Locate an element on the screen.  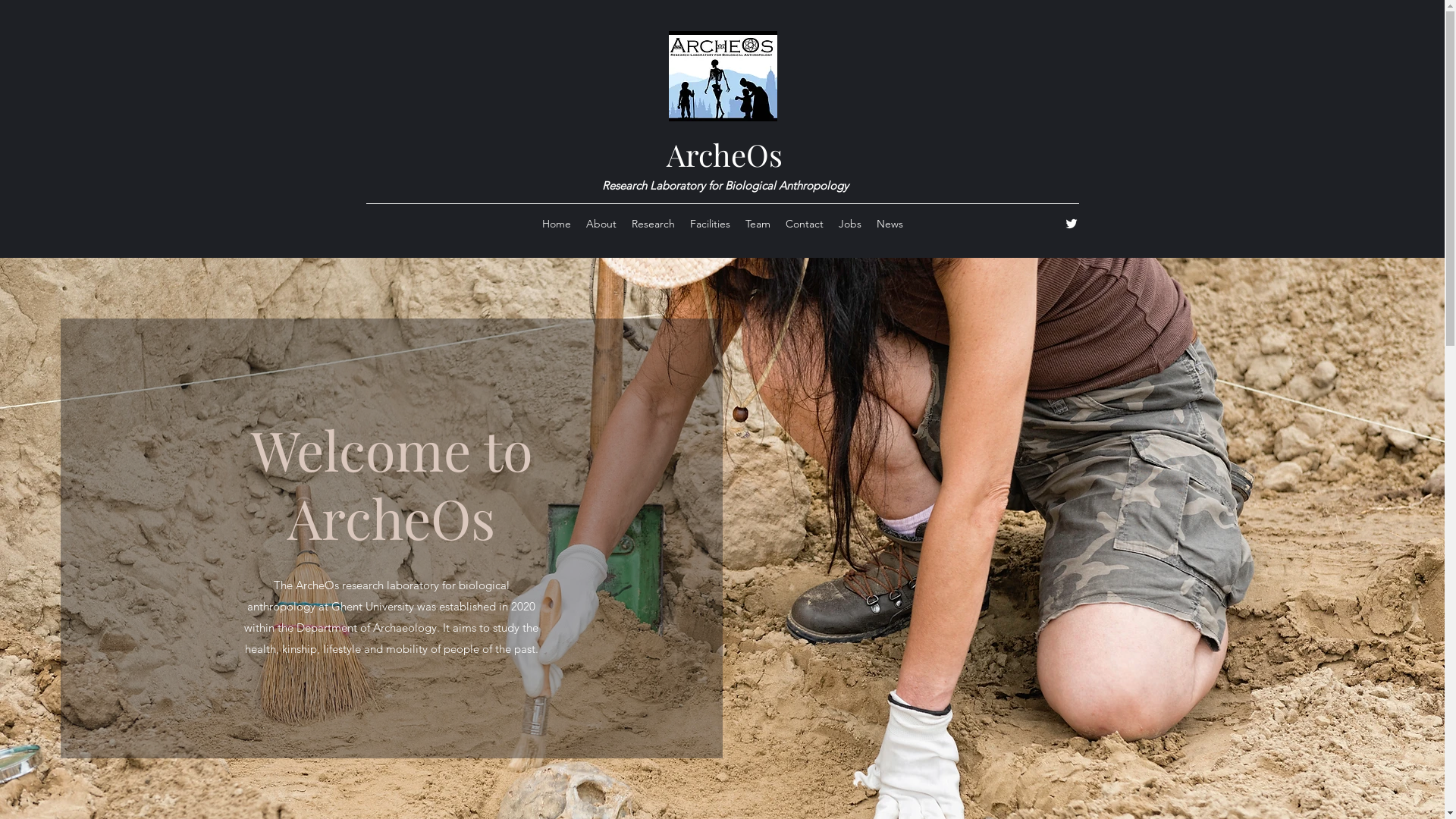
'ArcheOs' is located at coordinates (723, 154).